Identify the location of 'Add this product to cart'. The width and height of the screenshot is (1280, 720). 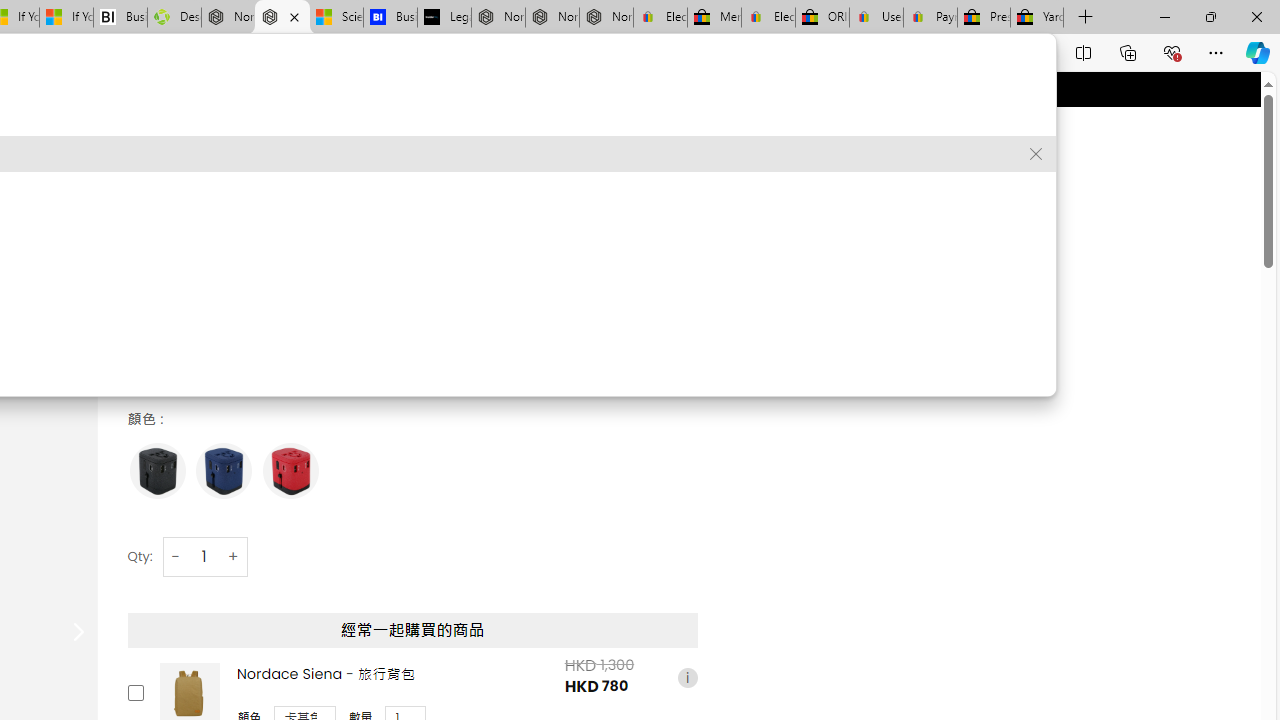
(134, 691).